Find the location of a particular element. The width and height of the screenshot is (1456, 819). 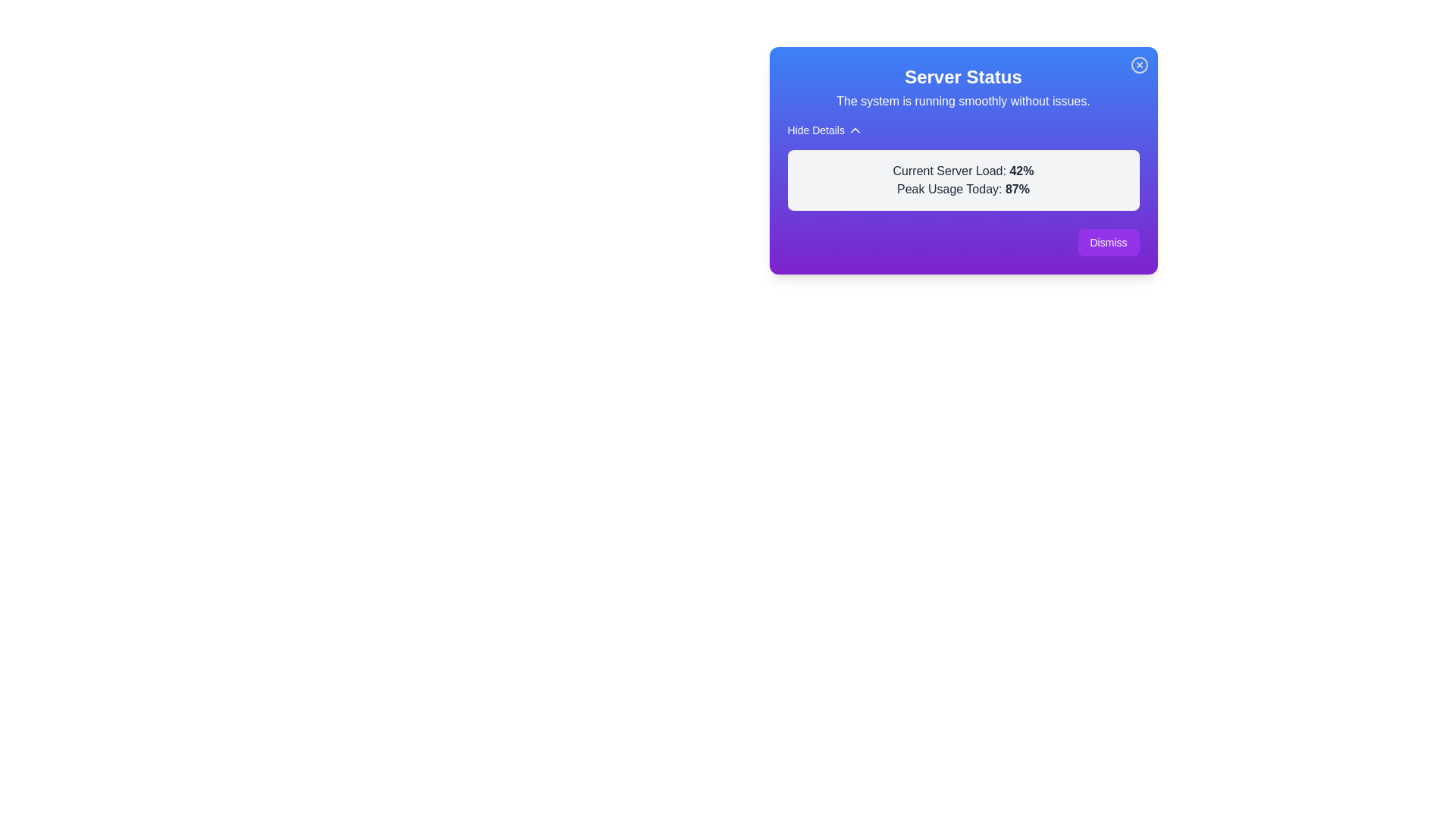

the 'Hide Details' button to toggle the visibility of the details is located at coordinates (824, 130).